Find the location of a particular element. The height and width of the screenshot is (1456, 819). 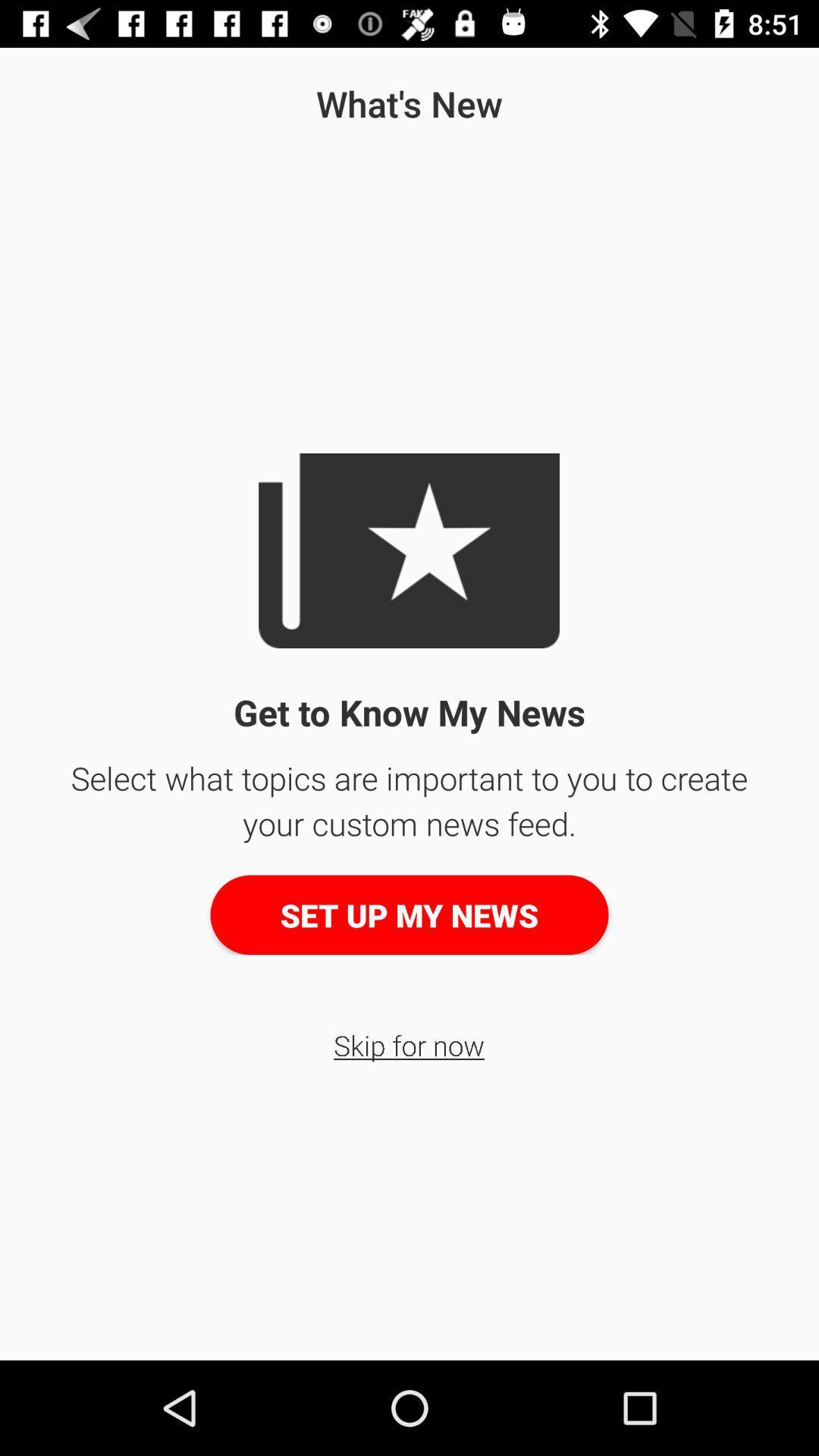

the set up my button is located at coordinates (409, 914).